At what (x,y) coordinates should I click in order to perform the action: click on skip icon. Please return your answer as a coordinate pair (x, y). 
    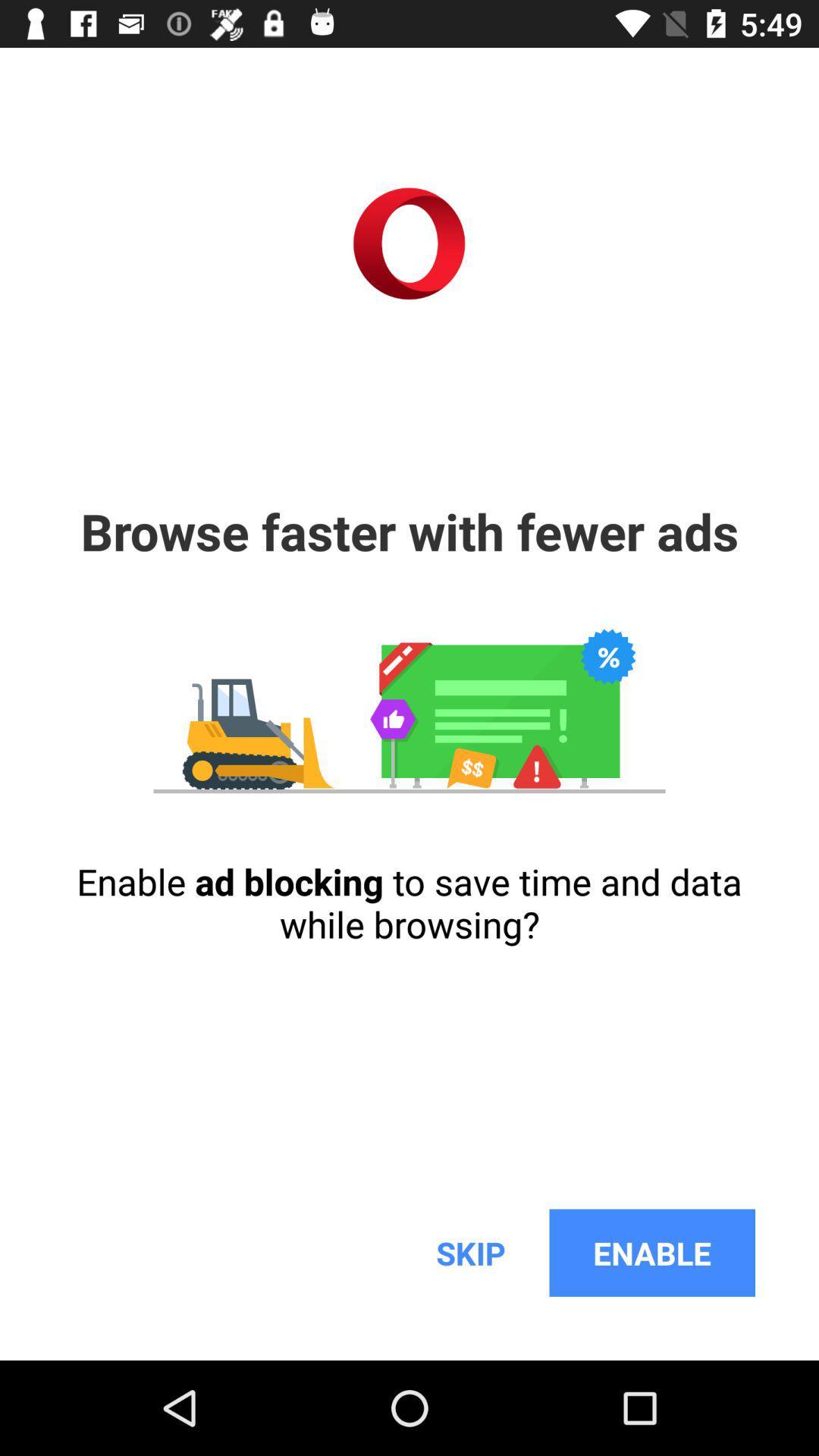
    Looking at the image, I should click on (470, 1253).